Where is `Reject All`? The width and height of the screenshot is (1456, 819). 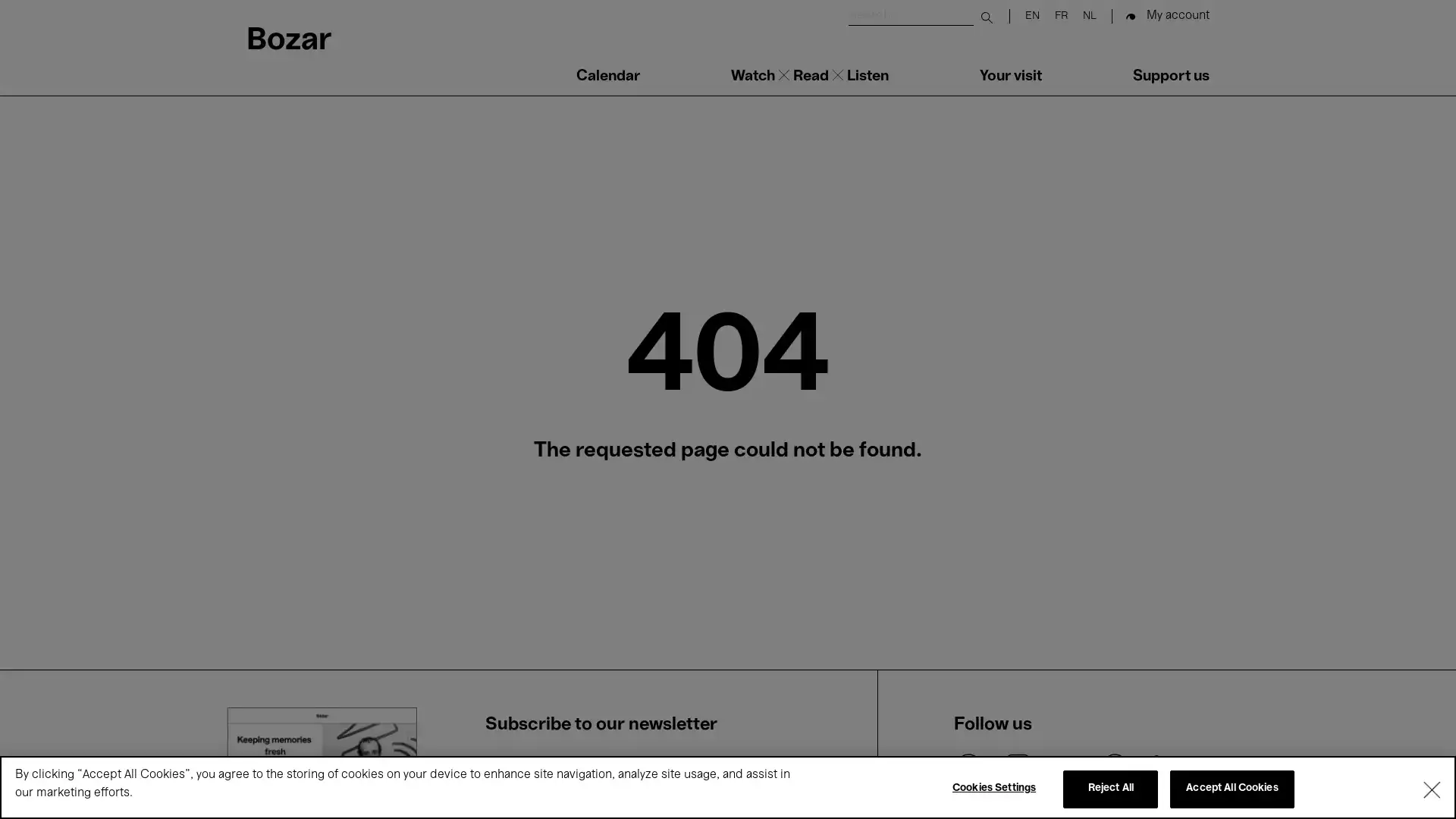 Reject All is located at coordinates (1110, 788).